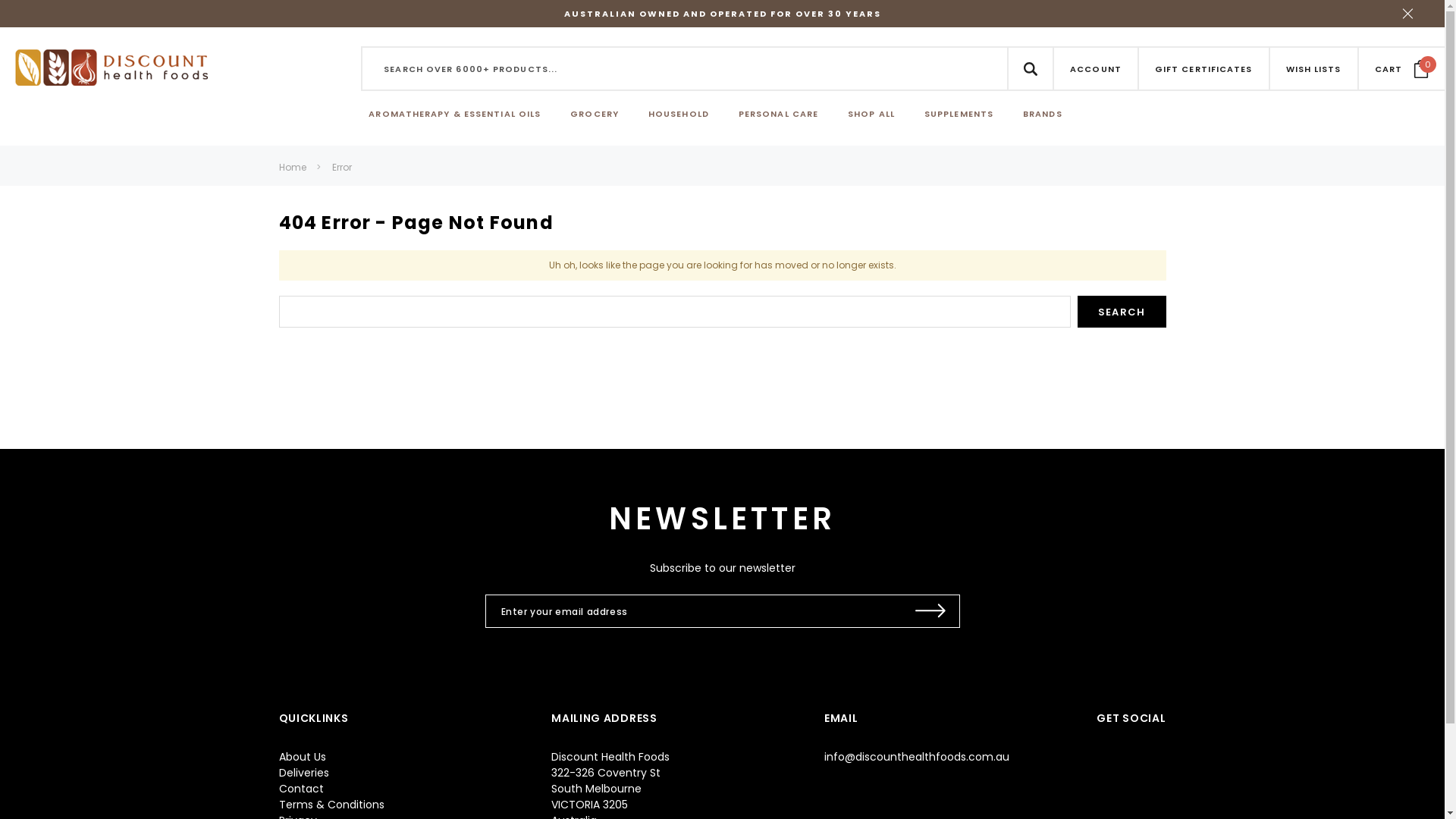  What do you see at coordinates (1375, 67) in the screenshot?
I see `'CART` at bounding box center [1375, 67].